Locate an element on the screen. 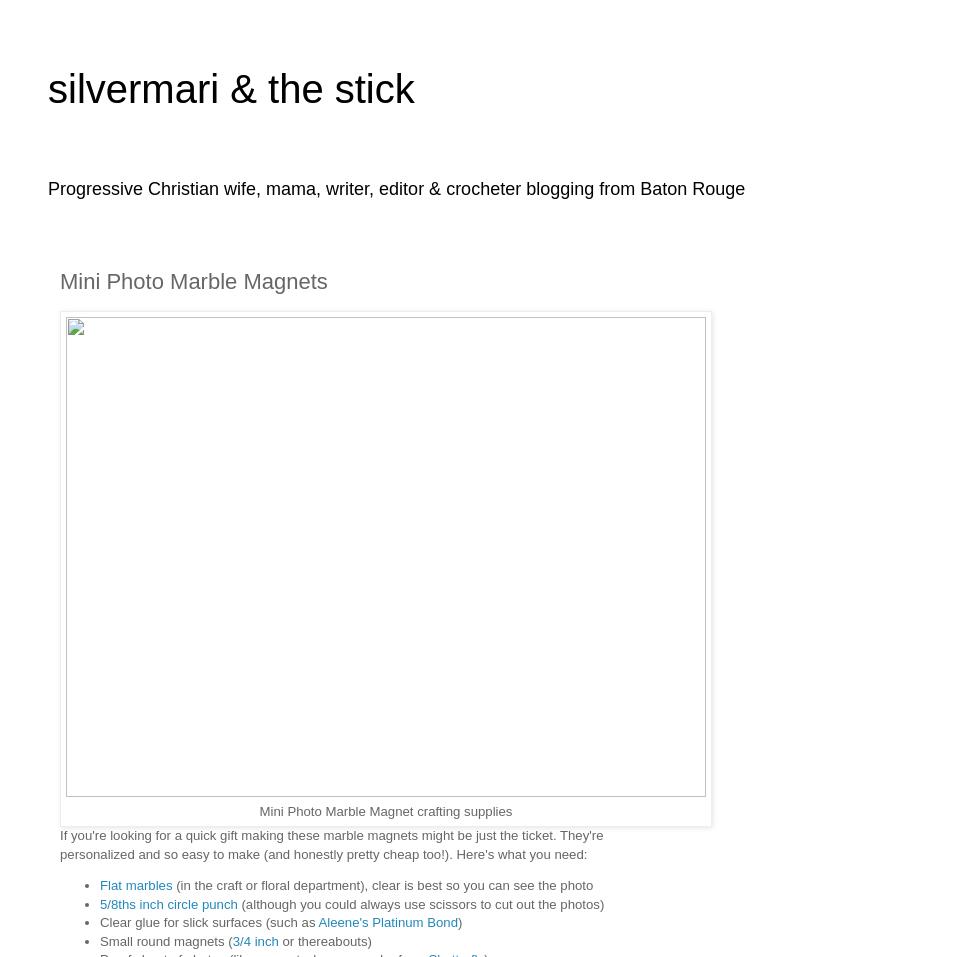  '(in the craft or floral department), clear is best so you can see the photo' is located at coordinates (381, 885).